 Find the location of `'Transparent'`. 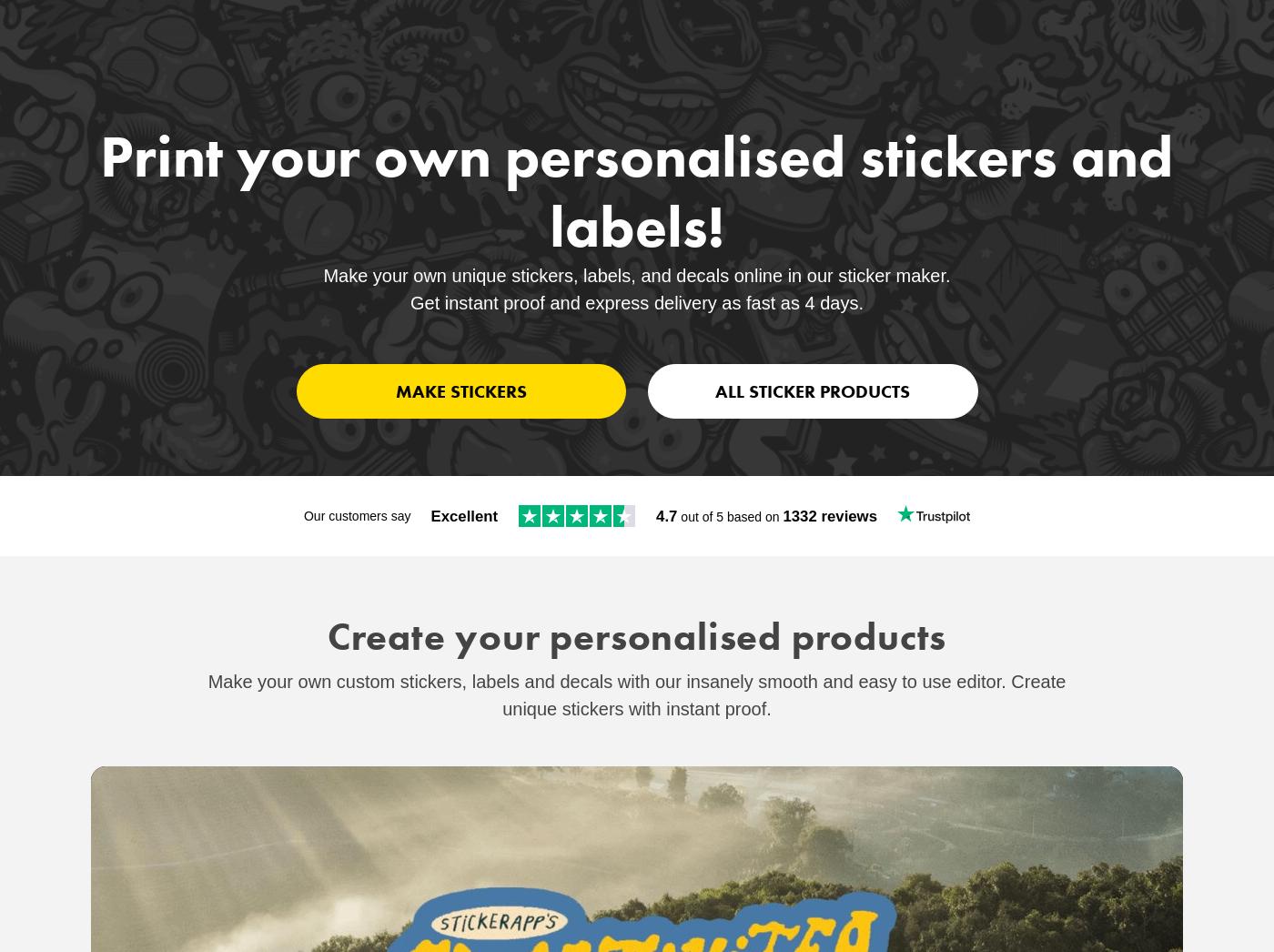

'Transparent' is located at coordinates (774, 491).